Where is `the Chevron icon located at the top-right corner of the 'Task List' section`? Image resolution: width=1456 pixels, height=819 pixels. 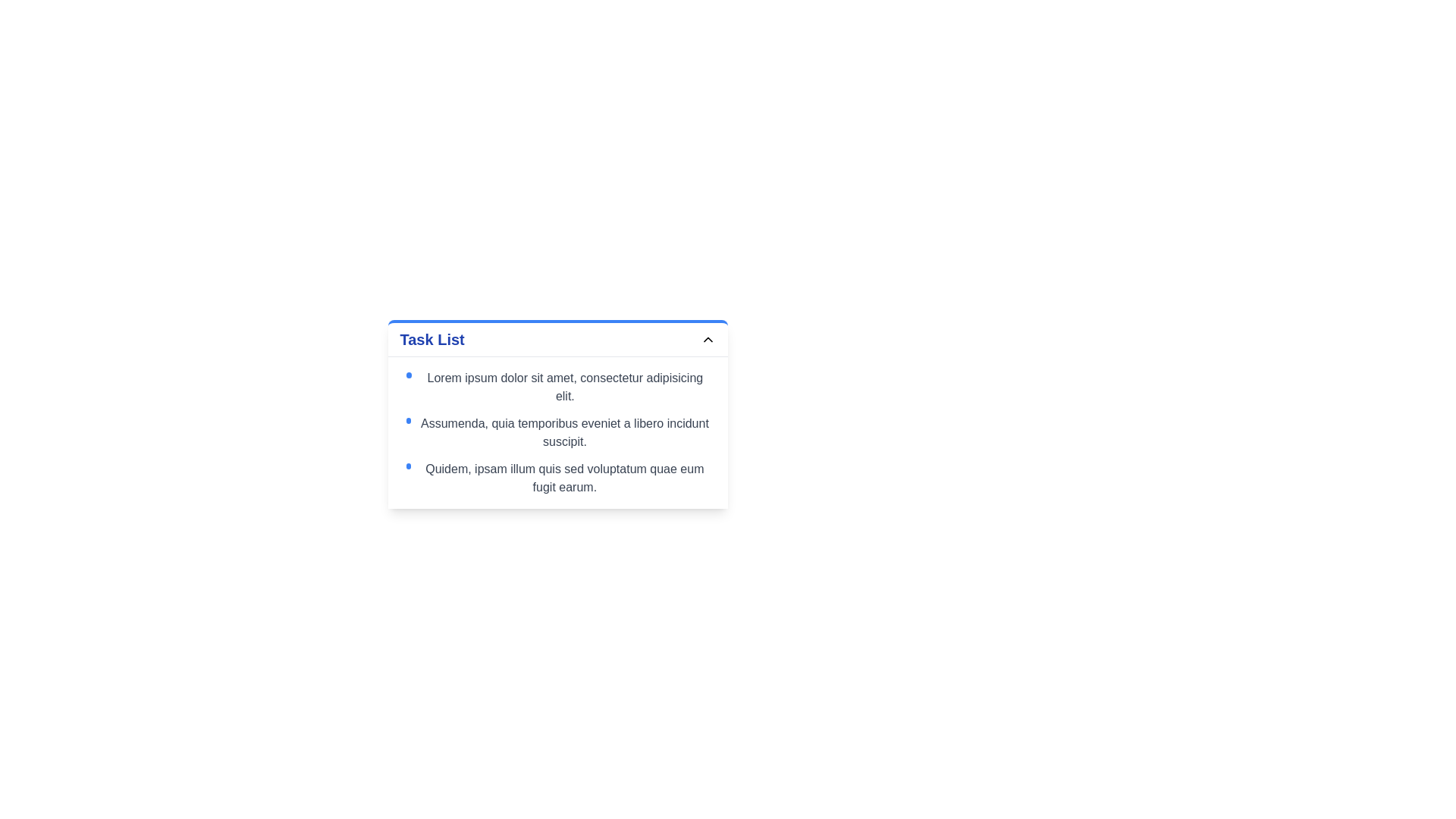 the Chevron icon located at the top-right corner of the 'Task List' section is located at coordinates (707, 338).